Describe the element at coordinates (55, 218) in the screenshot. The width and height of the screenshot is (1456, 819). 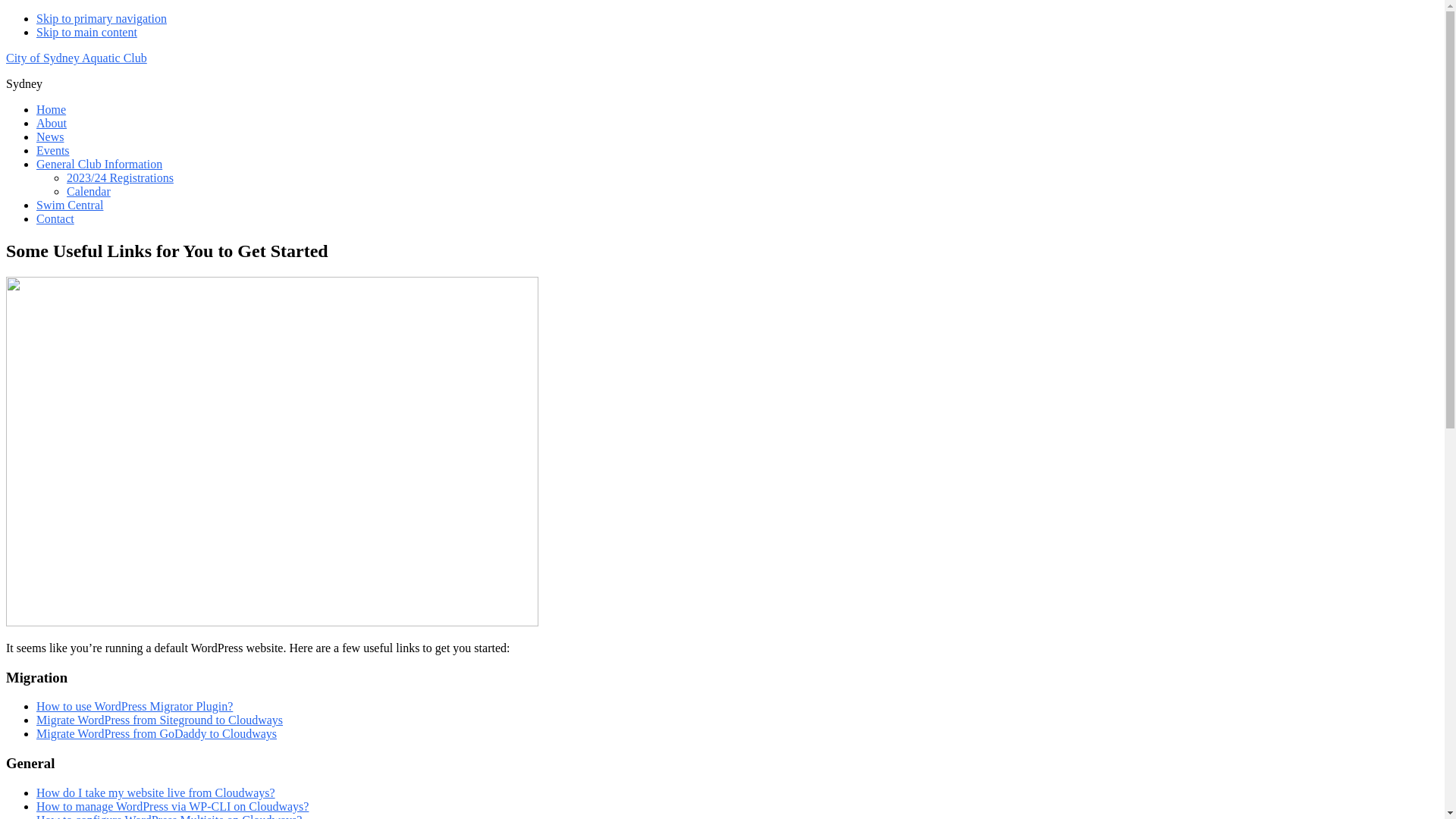
I see `'Contact'` at that location.